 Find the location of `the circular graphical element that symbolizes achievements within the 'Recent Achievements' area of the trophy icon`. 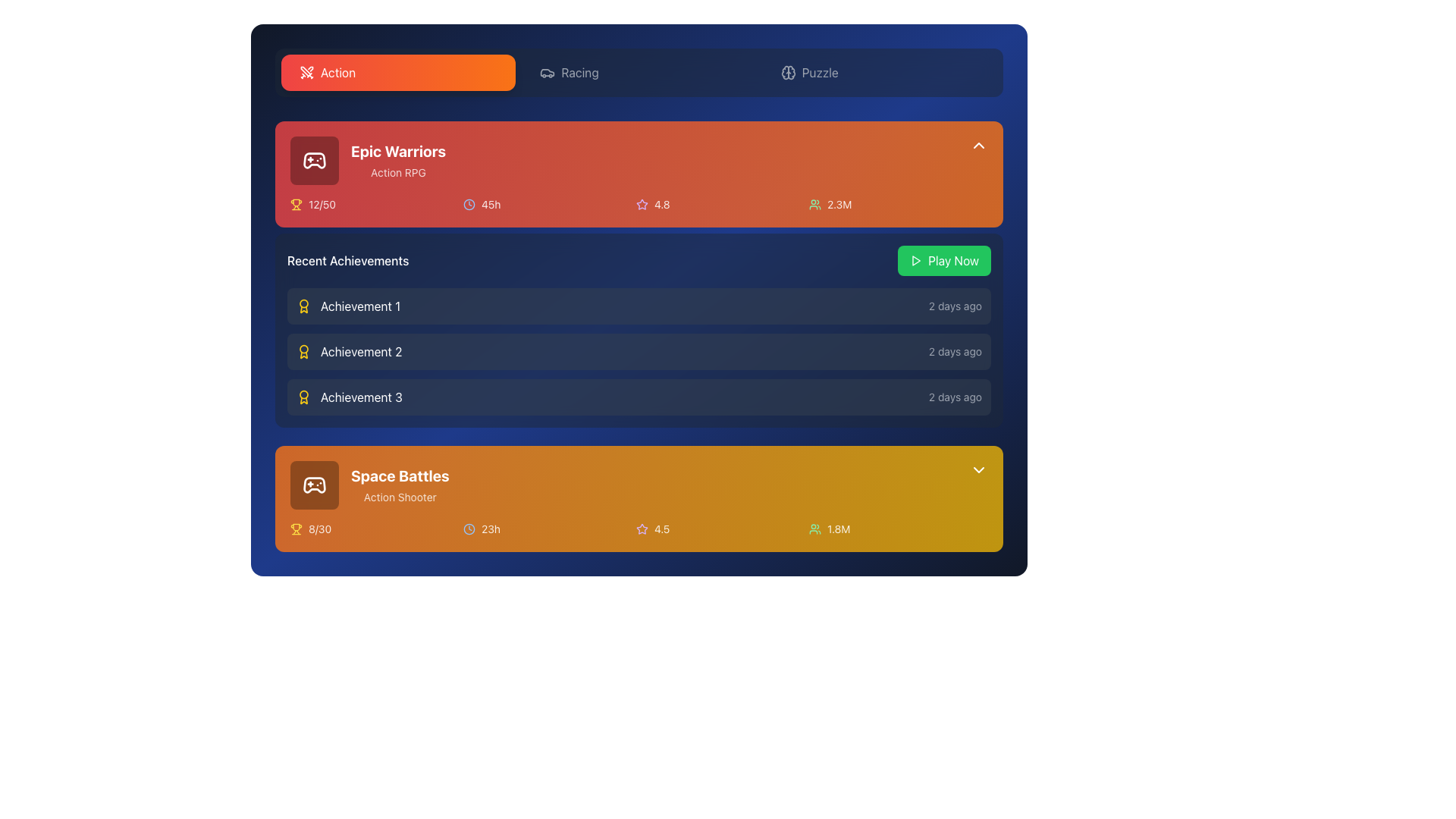

the circular graphical element that symbolizes achievements within the 'Recent Achievements' area of the trophy icon is located at coordinates (303, 394).